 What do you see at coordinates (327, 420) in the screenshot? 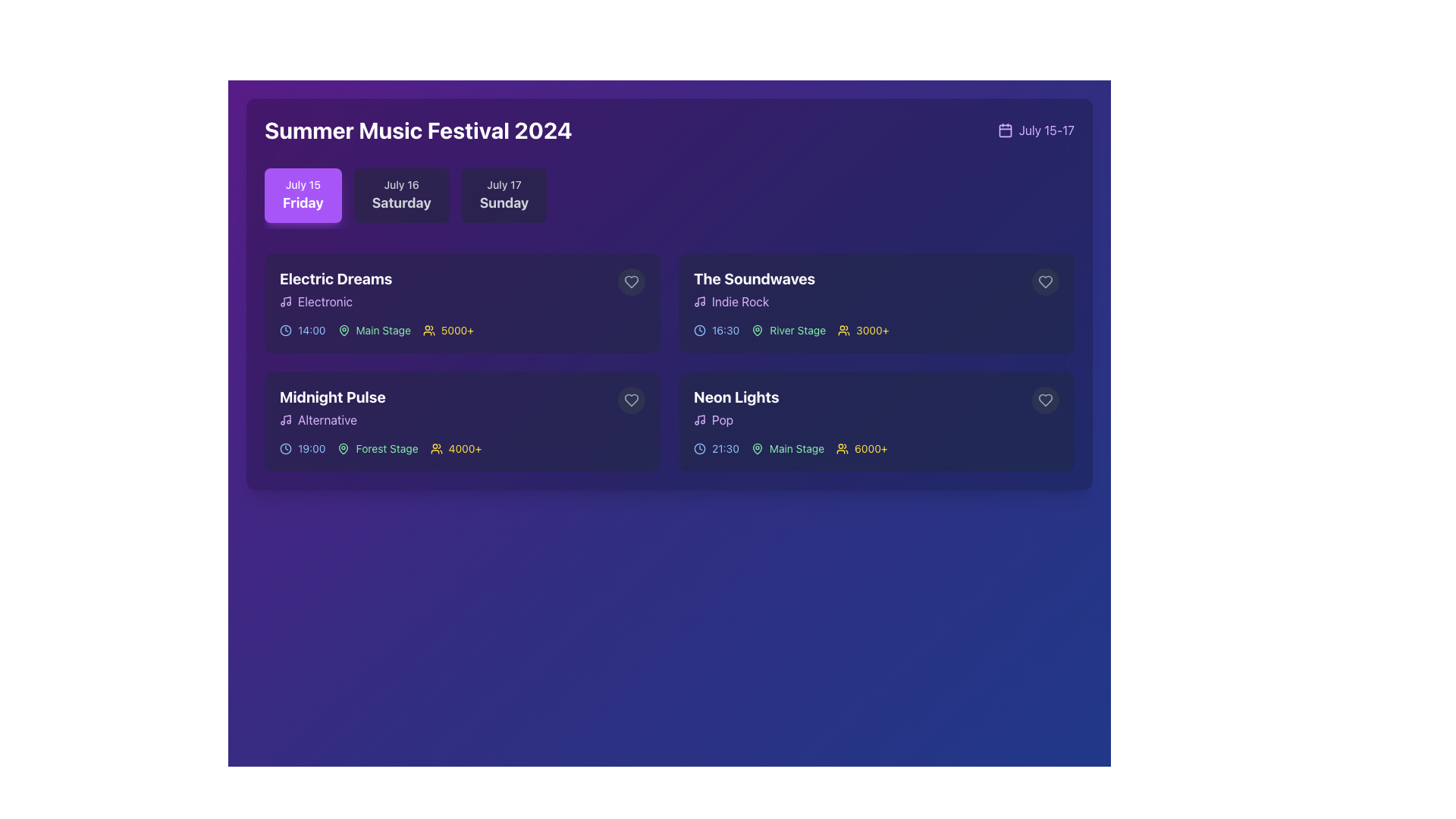
I see `the text label that reads 'Alternative', styled in light purple against a dark background, located inside the 'Midnight Pulse' card` at bounding box center [327, 420].